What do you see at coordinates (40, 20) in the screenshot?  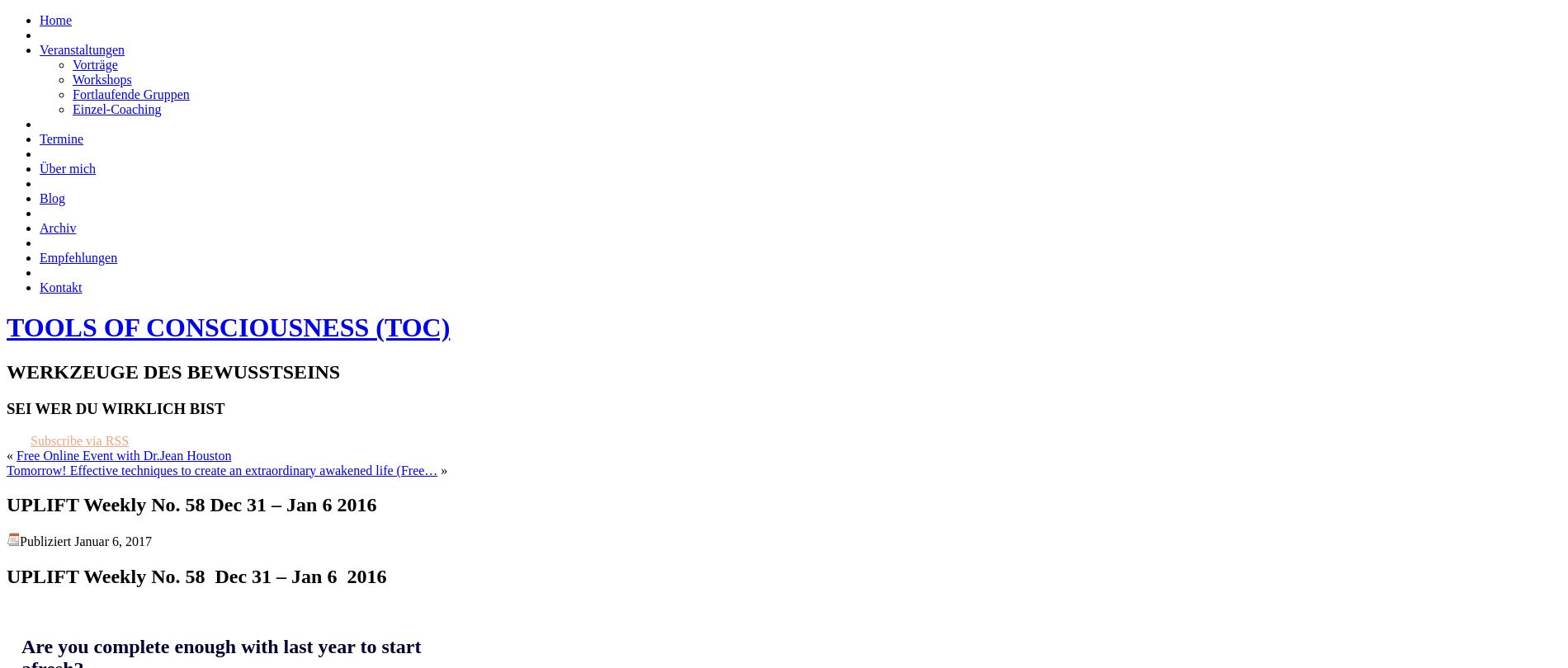 I see `'Home'` at bounding box center [40, 20].